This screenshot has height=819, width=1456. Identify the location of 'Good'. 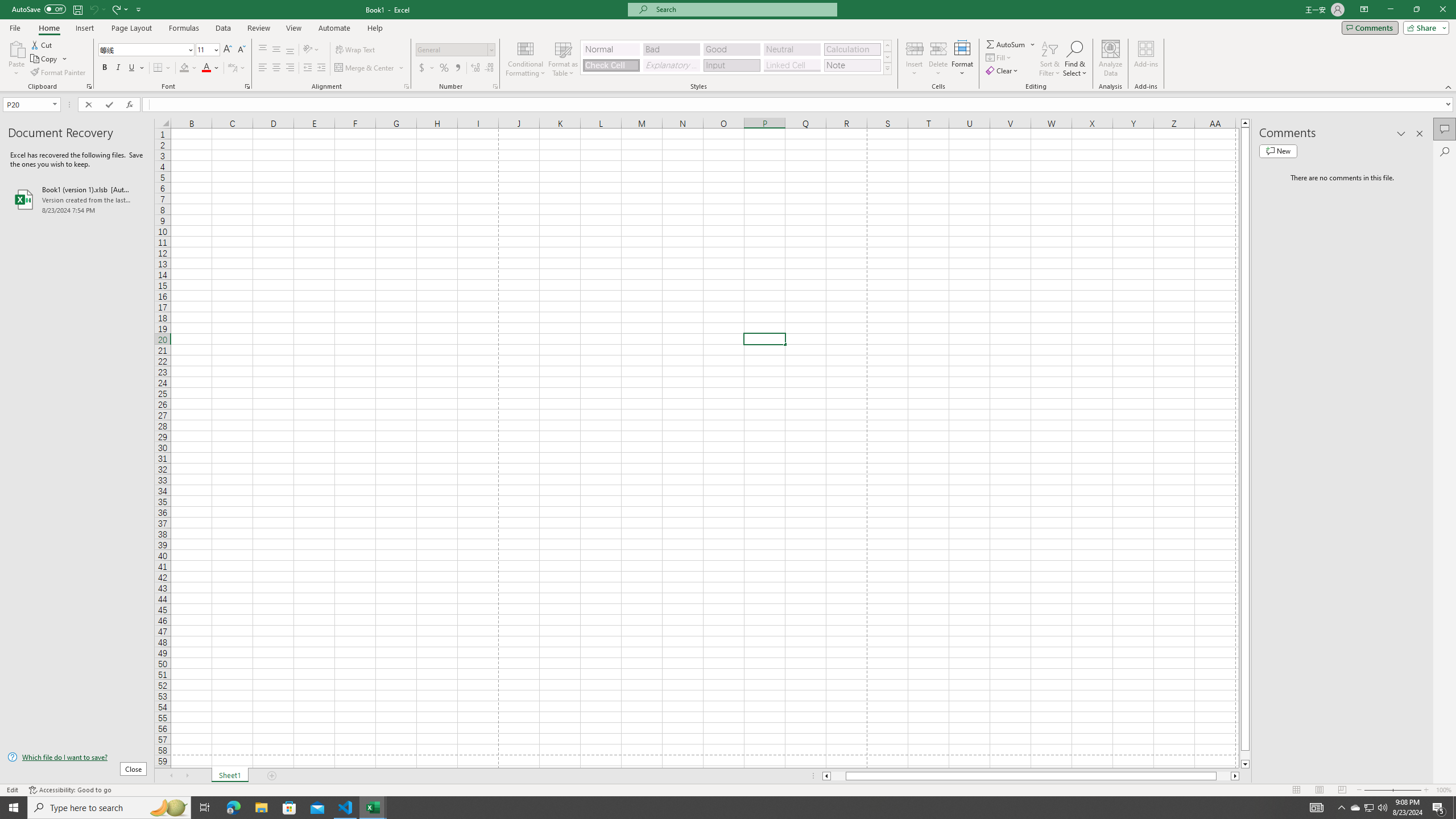
(731, 49).